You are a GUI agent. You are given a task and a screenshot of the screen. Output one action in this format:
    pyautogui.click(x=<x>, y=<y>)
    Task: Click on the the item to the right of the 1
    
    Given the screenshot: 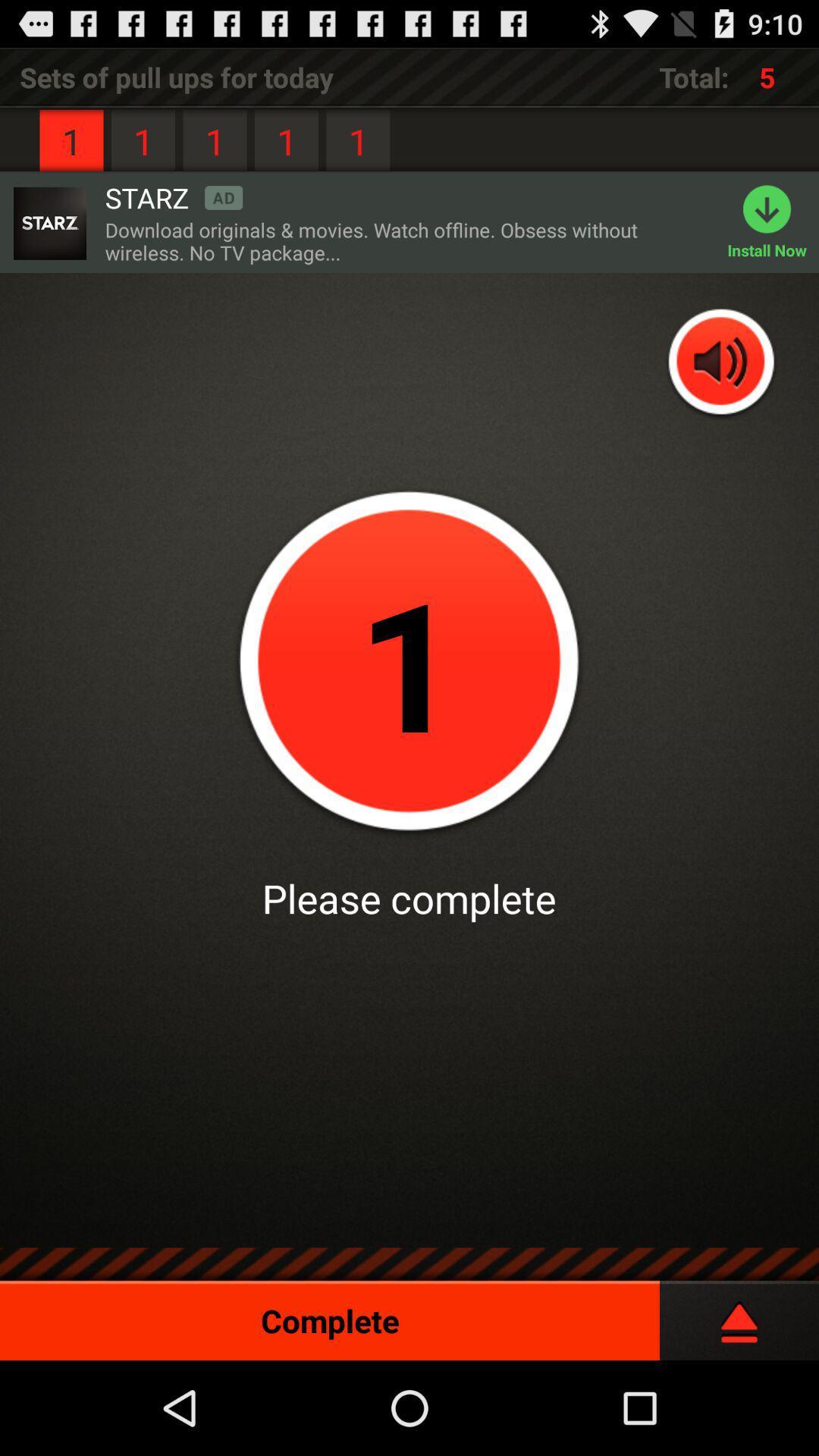 What is the action you would take?
    pyautogui.click(x=173, y=196)
    